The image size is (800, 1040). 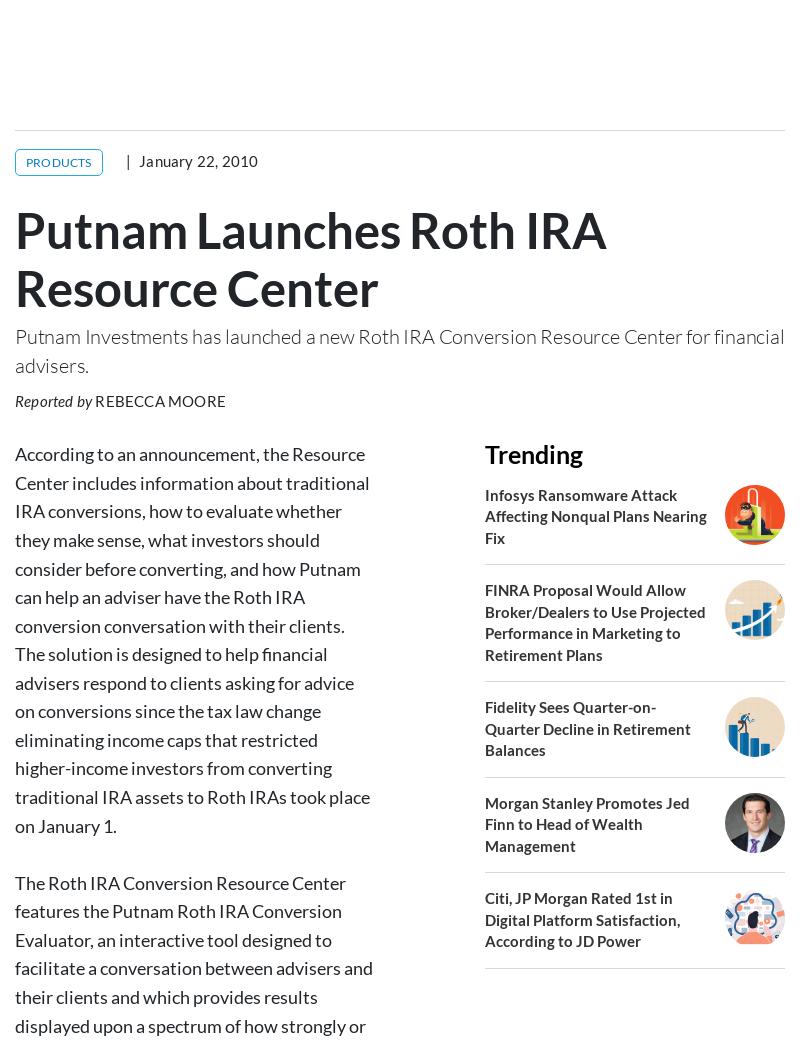 What do you see at coordinates (14, 540) in the screenshot?
I see `'Cogent attributes the decline to both the gaining of the generational cohorts and the fact that significantly fewer Boomers are employed full-time outside the home. The economy could also play a role, as it has forced job changes among younger investors.'` at bounding box center [14, 540].